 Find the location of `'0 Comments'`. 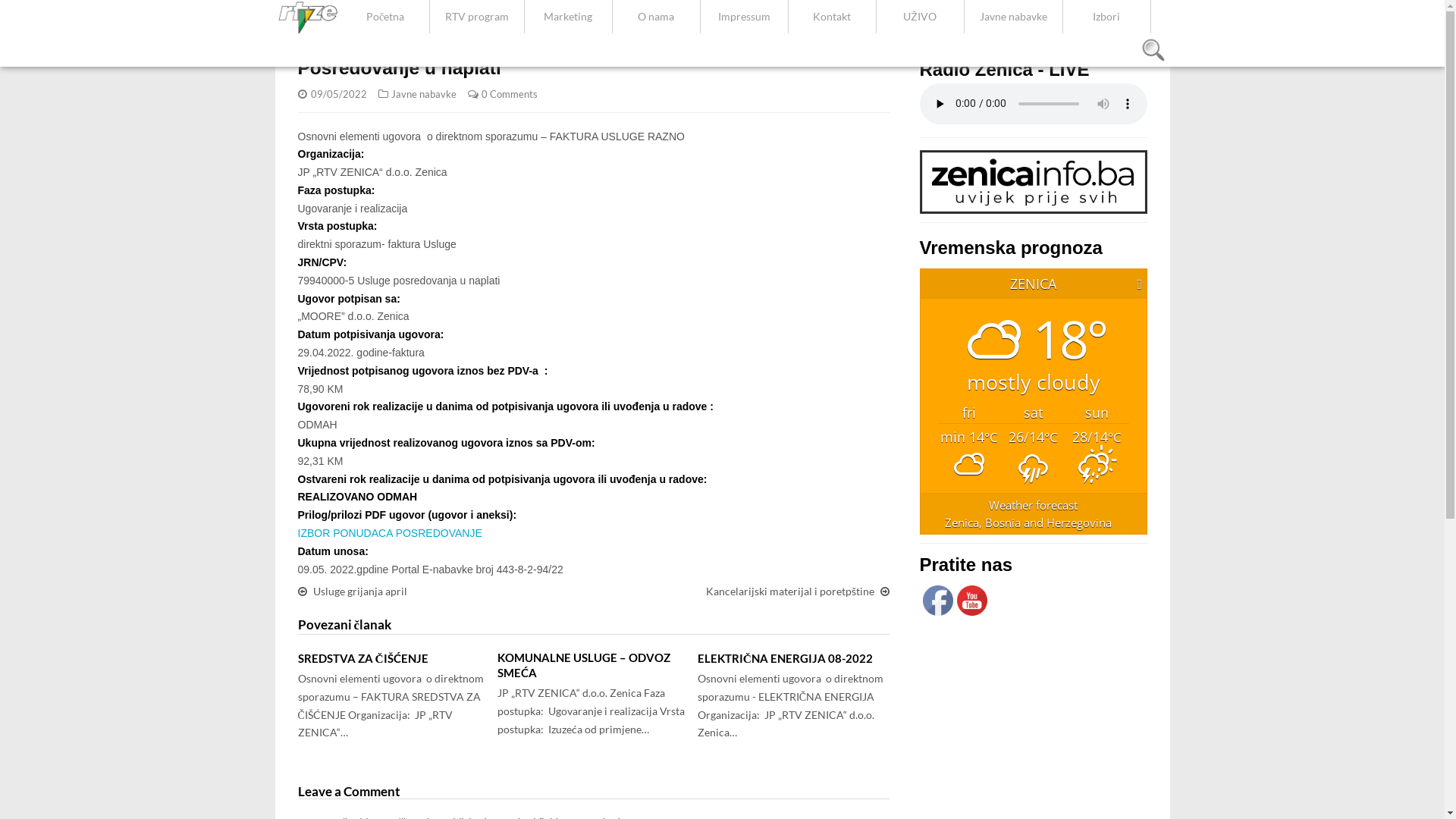

'0 Comments' is located at coordinates (509, 93).